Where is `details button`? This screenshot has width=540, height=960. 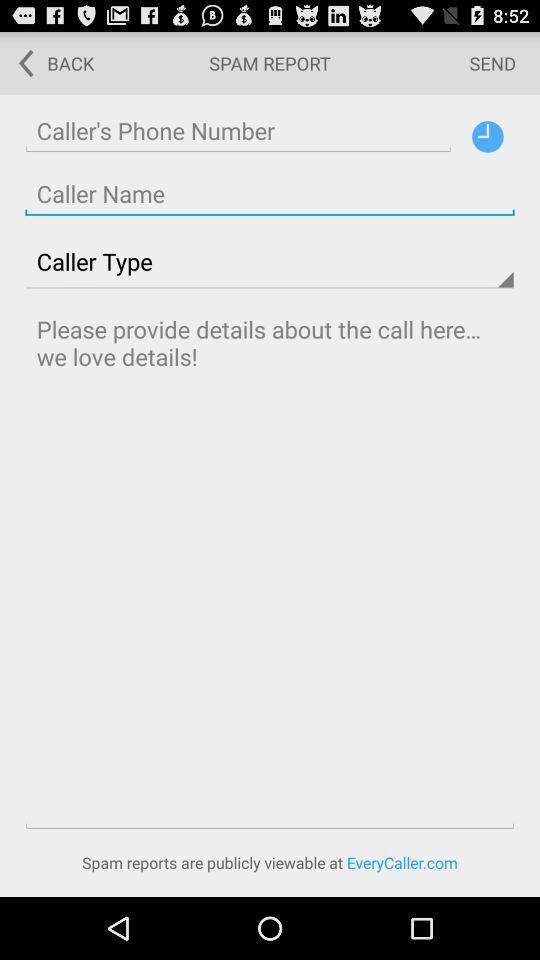
details button is located at coordinates (486, 135).